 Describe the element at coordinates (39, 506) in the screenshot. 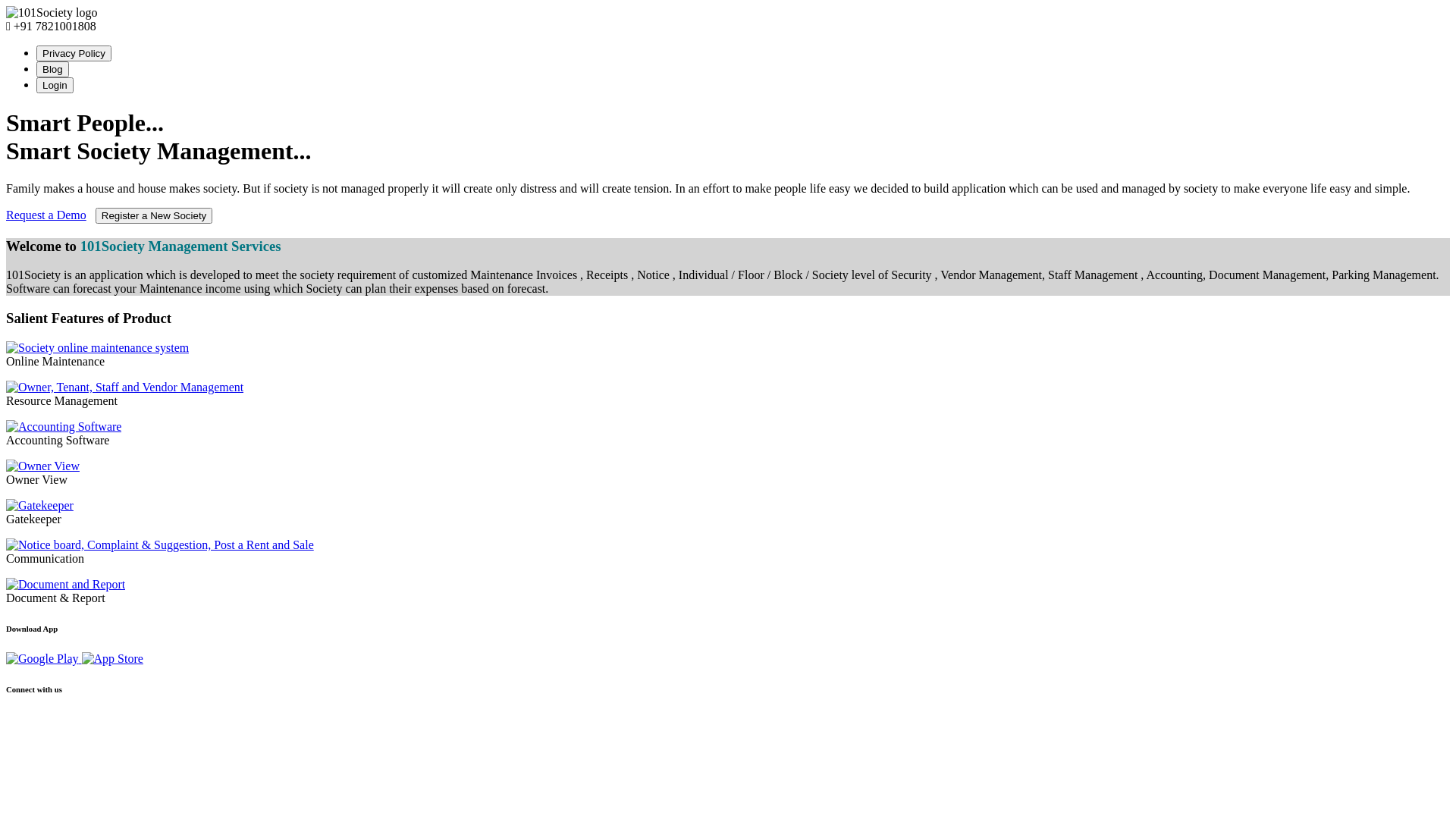

I see `'Gatekeeper'` at that location.